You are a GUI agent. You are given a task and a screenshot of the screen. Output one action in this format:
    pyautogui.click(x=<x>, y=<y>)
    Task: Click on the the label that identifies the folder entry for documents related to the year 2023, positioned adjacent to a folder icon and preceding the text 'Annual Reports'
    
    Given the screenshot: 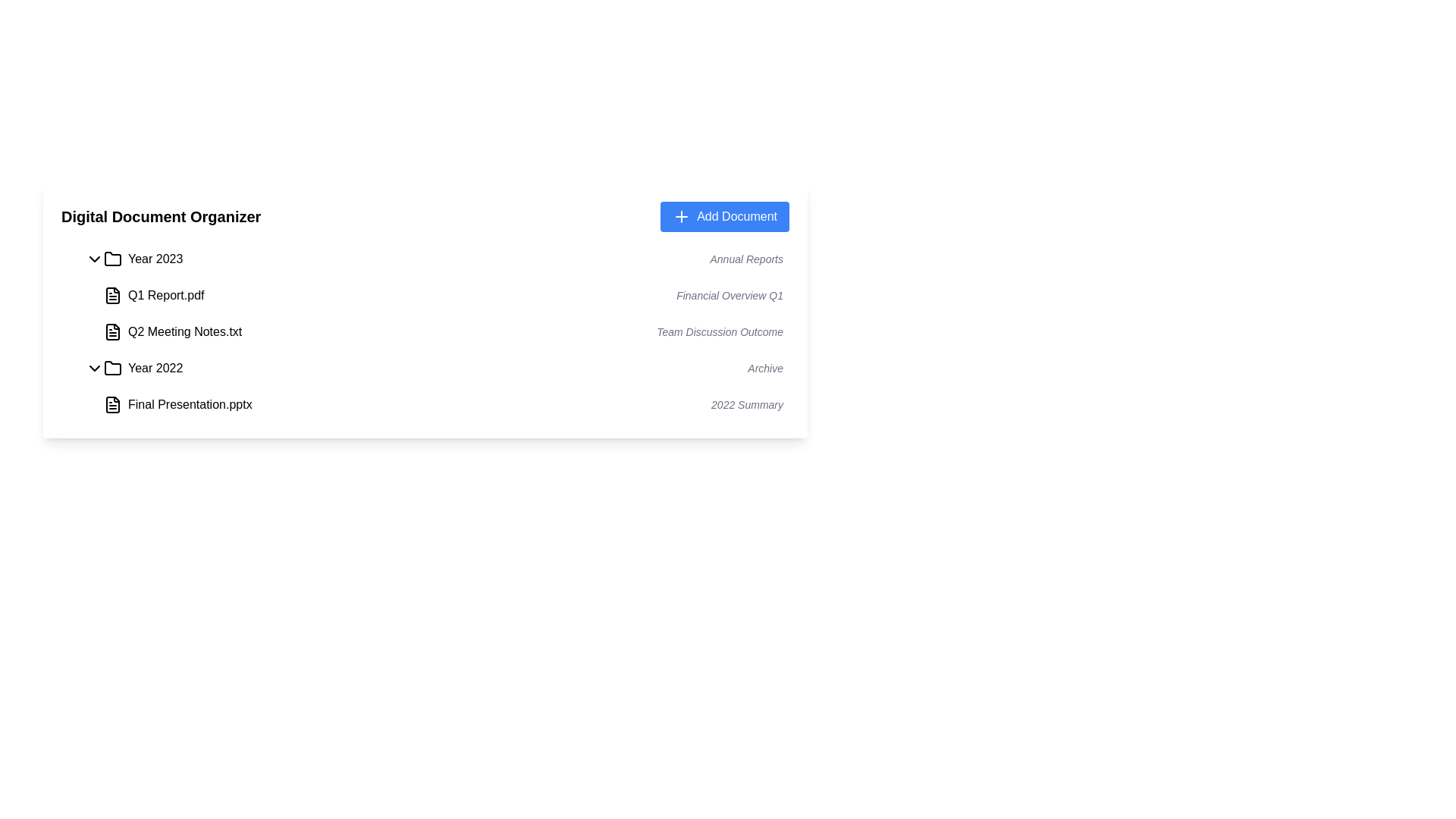 What is the action you would take?
    pyautogui.click(x=155, y=259)
    